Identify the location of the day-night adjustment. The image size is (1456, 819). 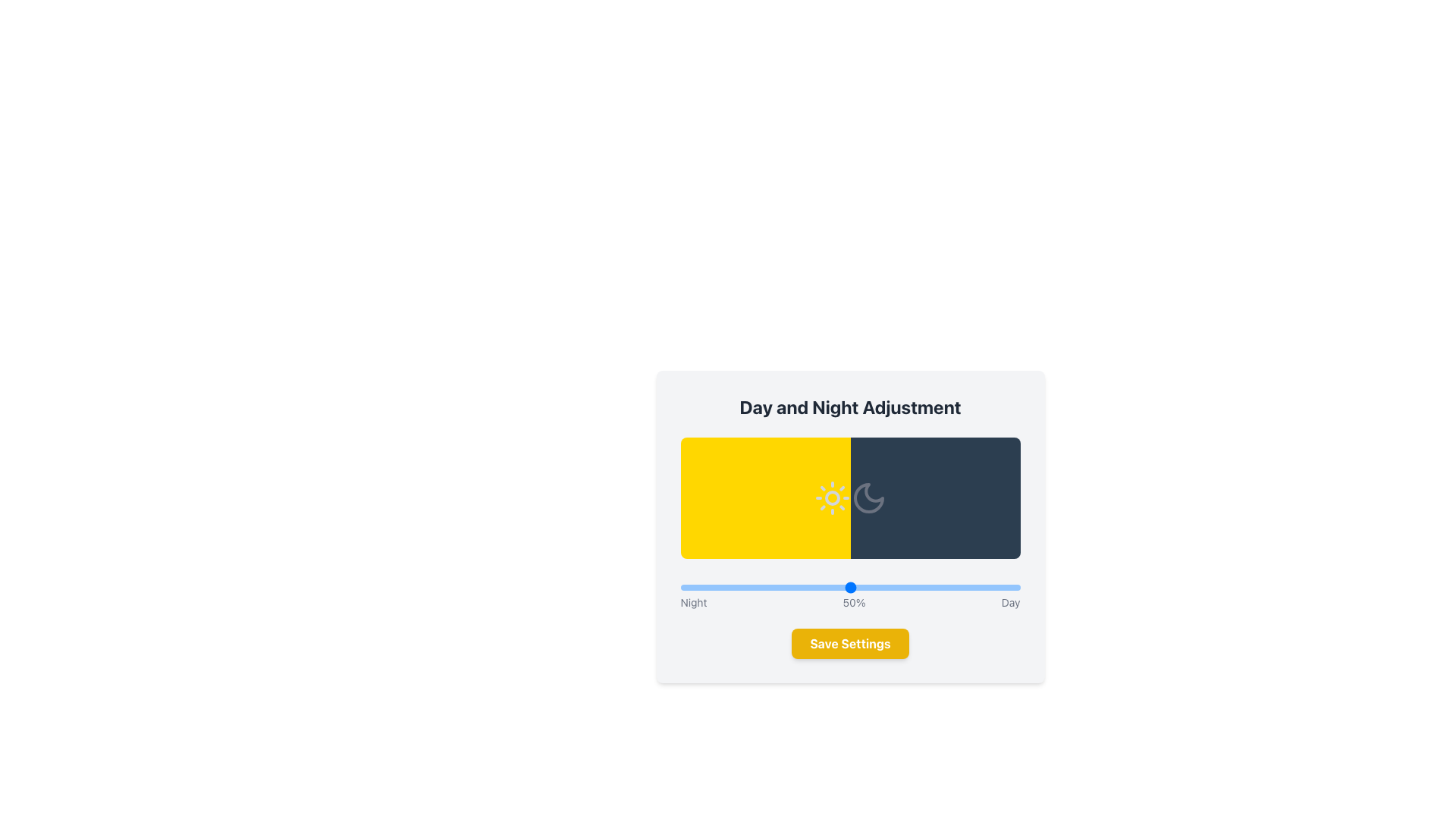
(683, 587).